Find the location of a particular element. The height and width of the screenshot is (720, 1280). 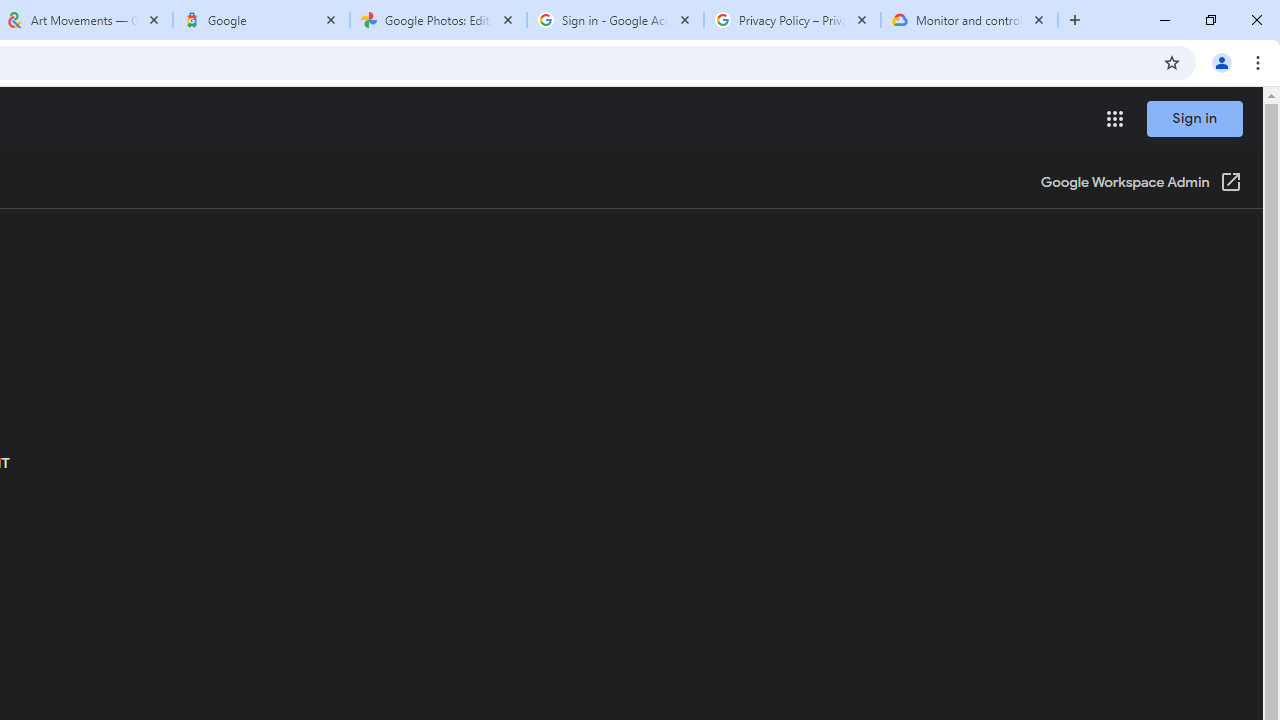

'Google Workspace Admin (Open in a new window)' is located at coordinates (1141, 183).